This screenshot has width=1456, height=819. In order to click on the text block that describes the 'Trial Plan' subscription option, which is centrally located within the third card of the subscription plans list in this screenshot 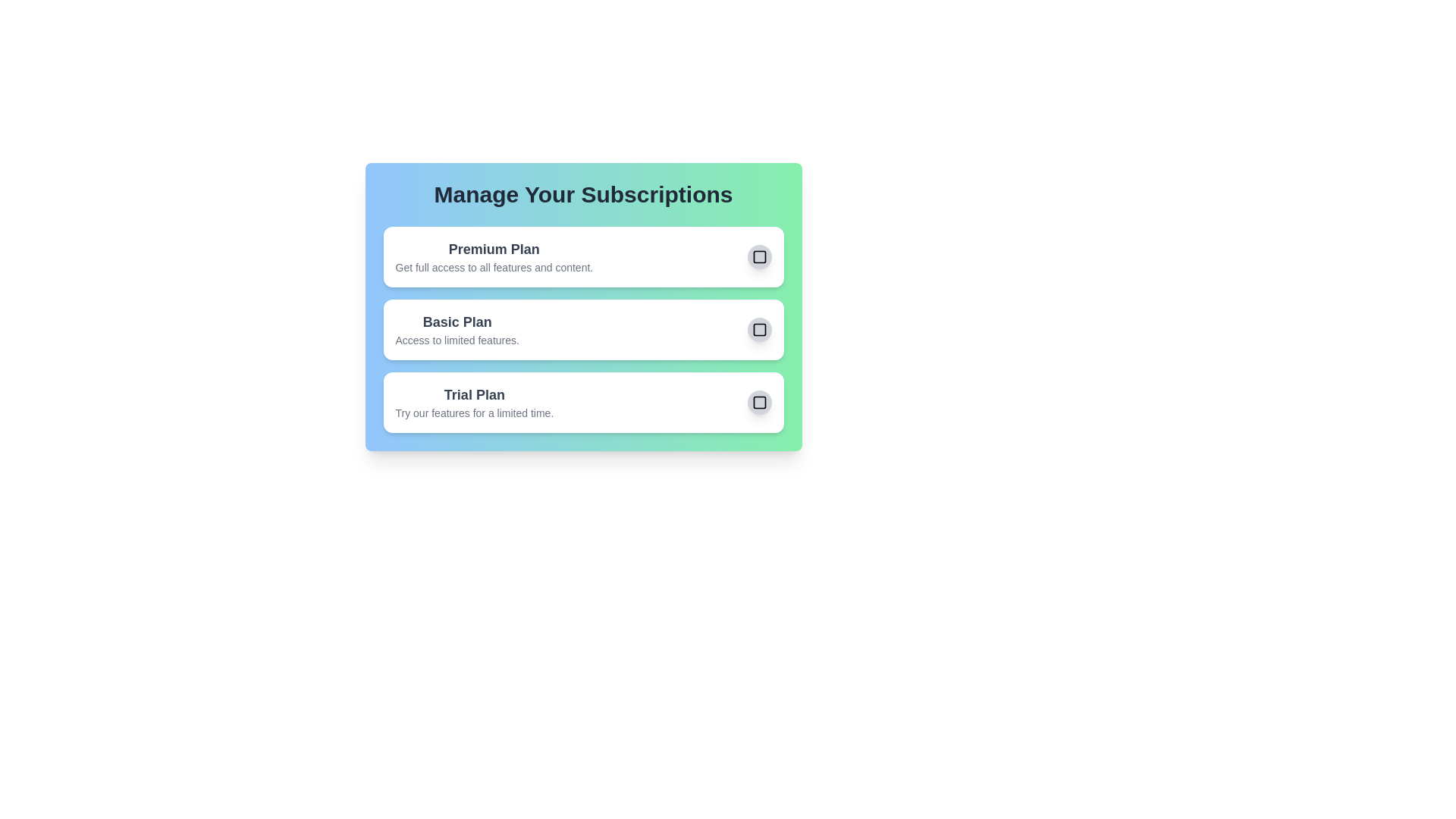, I will do `click(473, 402)`.